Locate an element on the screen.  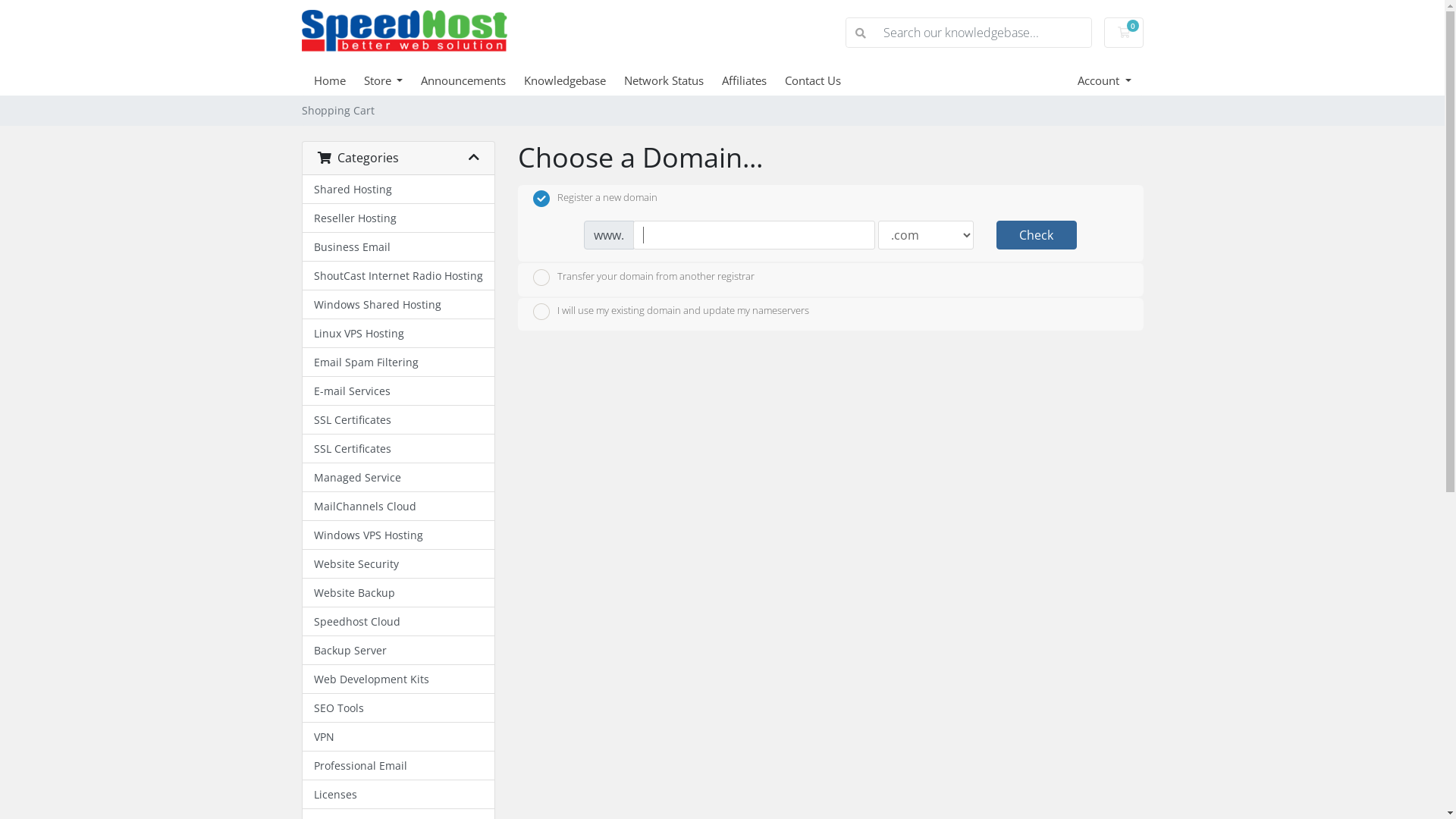
'SSL Certificates' is located at coordinates (397, 447).